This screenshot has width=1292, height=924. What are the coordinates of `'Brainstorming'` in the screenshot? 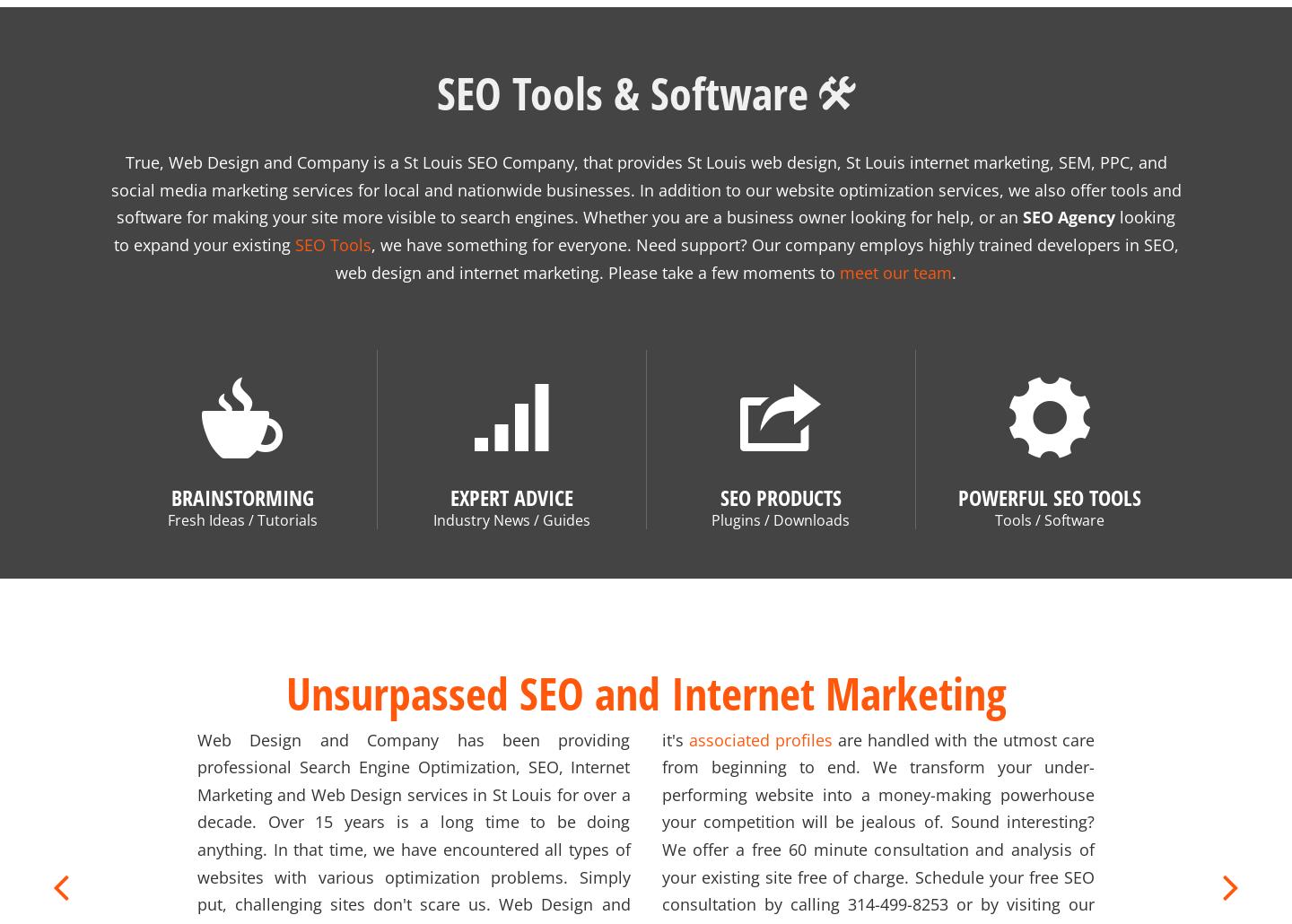 It's located at (240, 475).